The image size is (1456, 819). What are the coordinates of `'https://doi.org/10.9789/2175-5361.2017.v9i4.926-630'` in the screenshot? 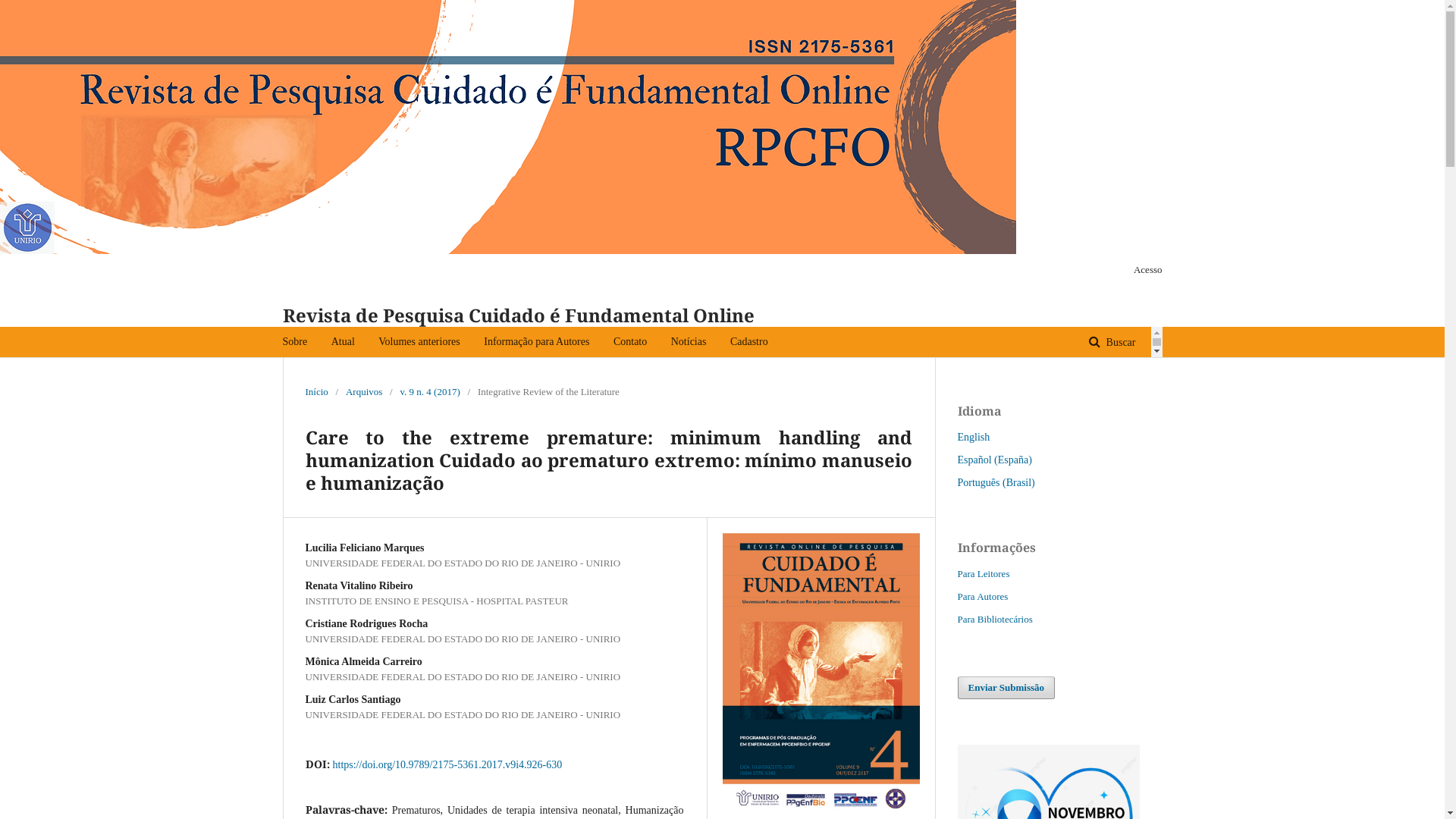 It's located at (446, 764).